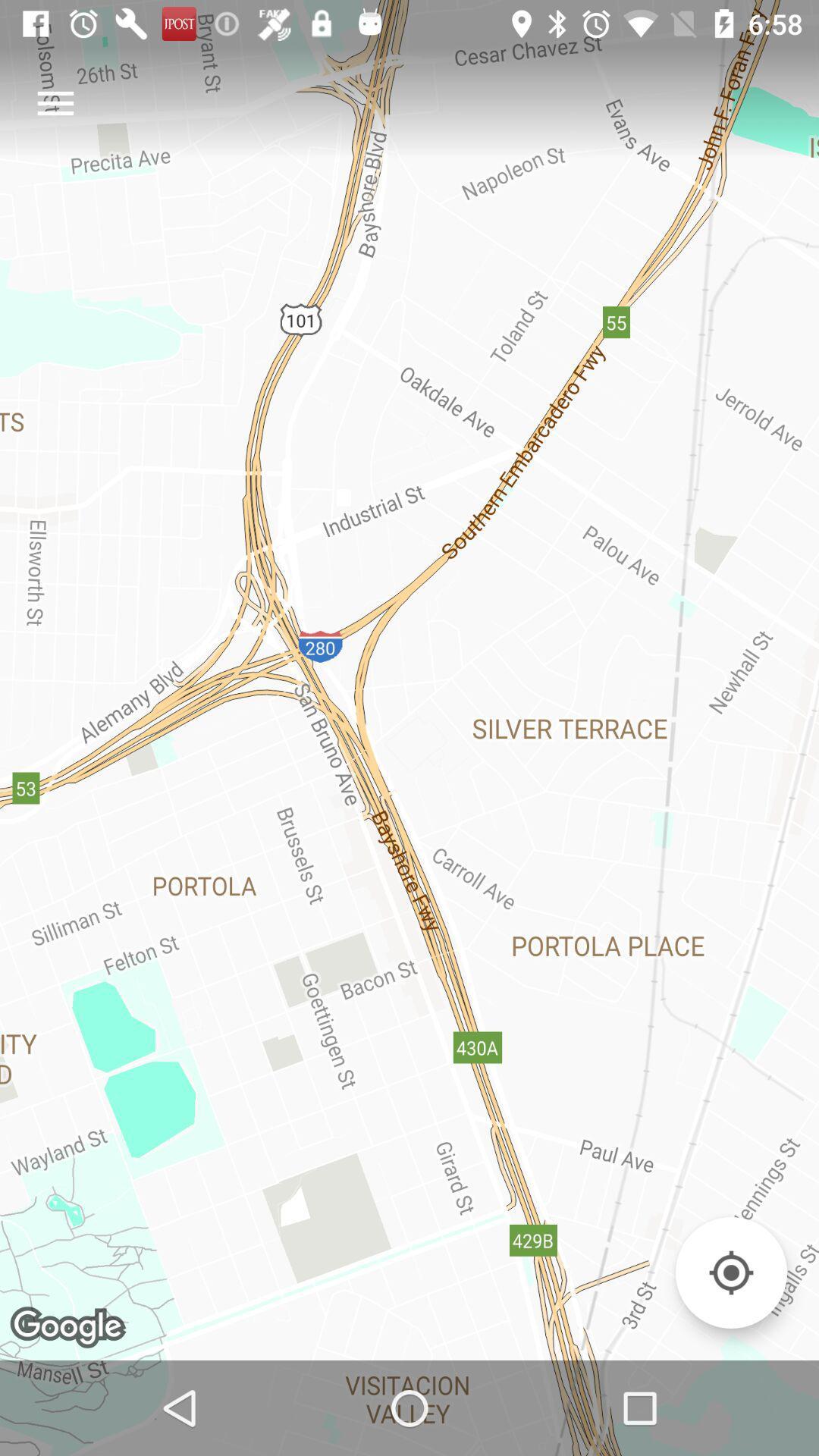  Describe the element at coordinates (730, 1272) in the screenshot. I see `the location_crosshair icon` at that location.